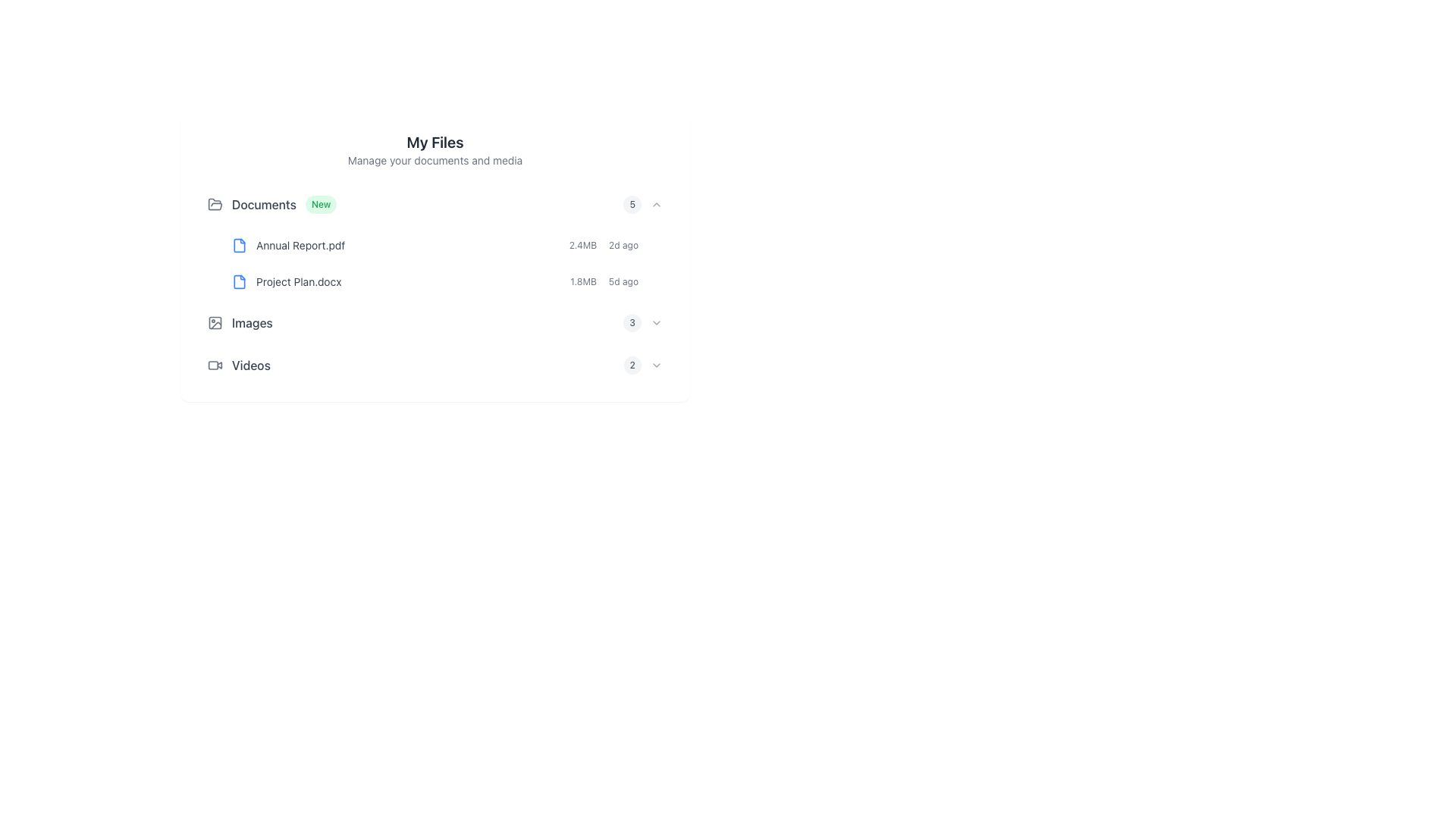 This screenshot has height=819, width=1456. Describe the element at coordinates (320, 205) in the screenshot. I see `the Badge or Label indicating new content associated with the 'Documents' section, located to the right of the text 'Documents.'` at that location.